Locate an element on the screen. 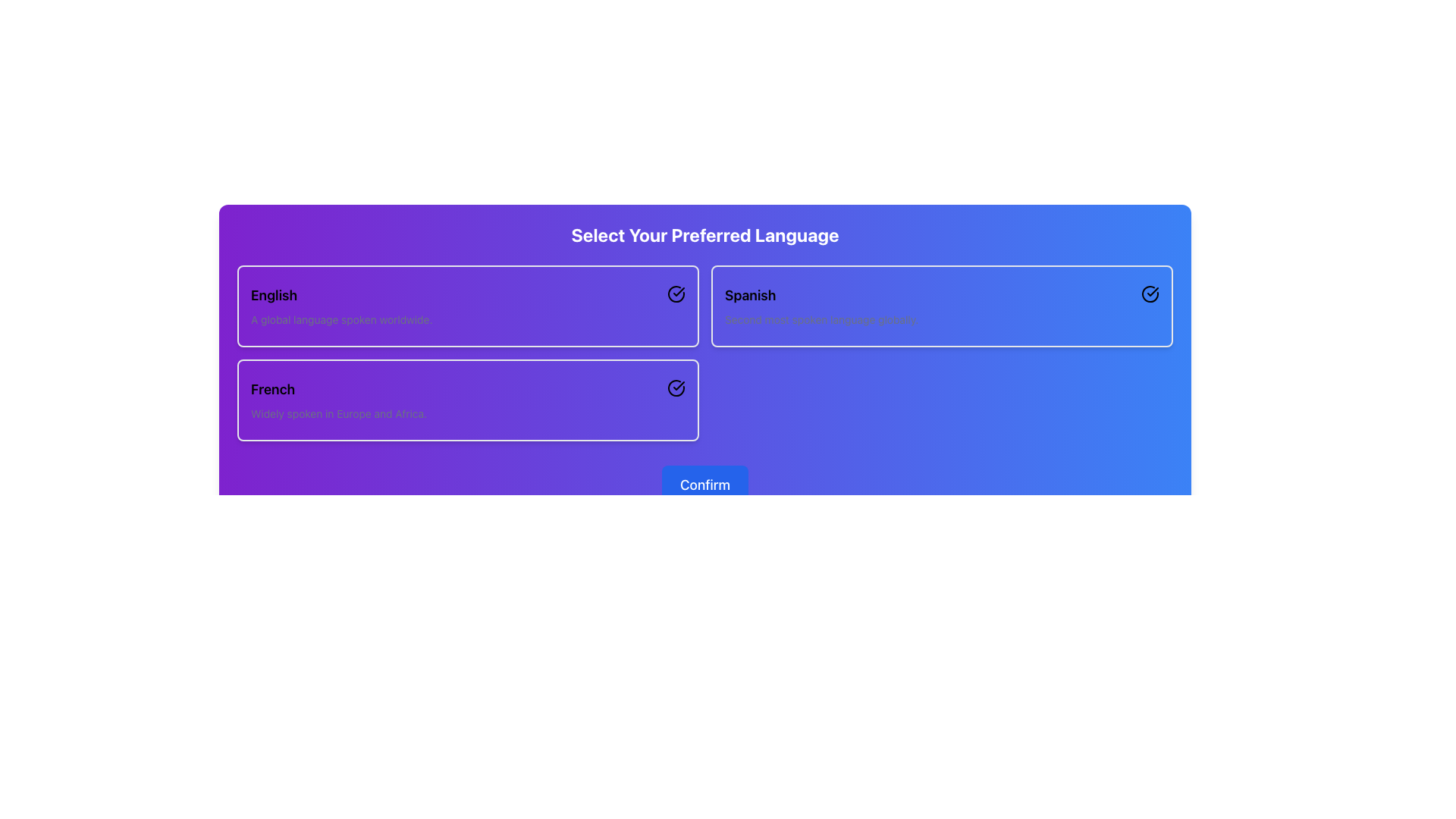  the Checkbox icon next to the 'French' language option, which is represented by a checkmark within a circle and outlined with a bold black stroke is located at coordinates (676, 388).